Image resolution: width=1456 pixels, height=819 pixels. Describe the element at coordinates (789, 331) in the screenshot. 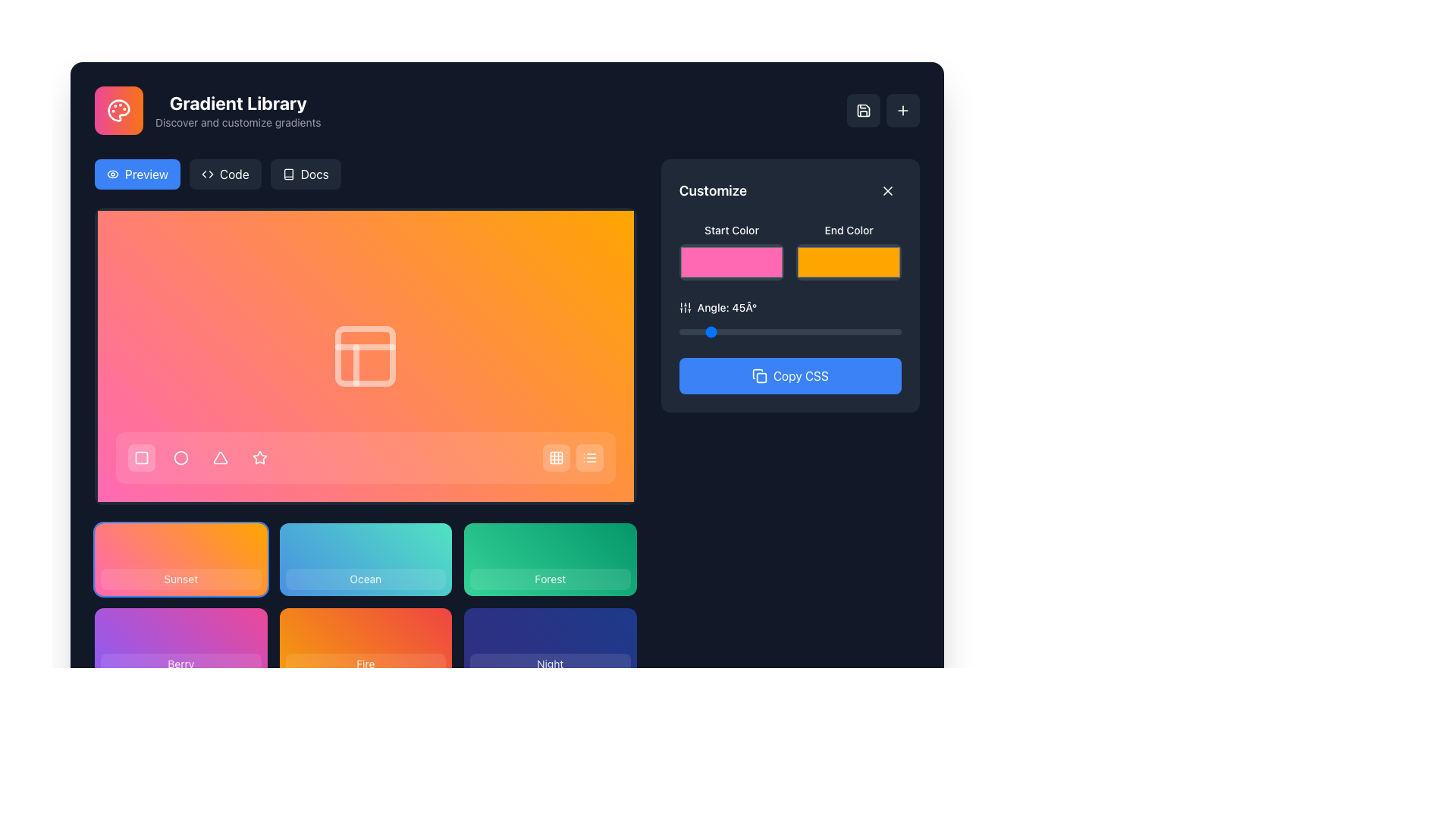

I see `the knob of the range slider component located in the 'Customize' panel beneath the 'Angle: 45°' label` at that location.